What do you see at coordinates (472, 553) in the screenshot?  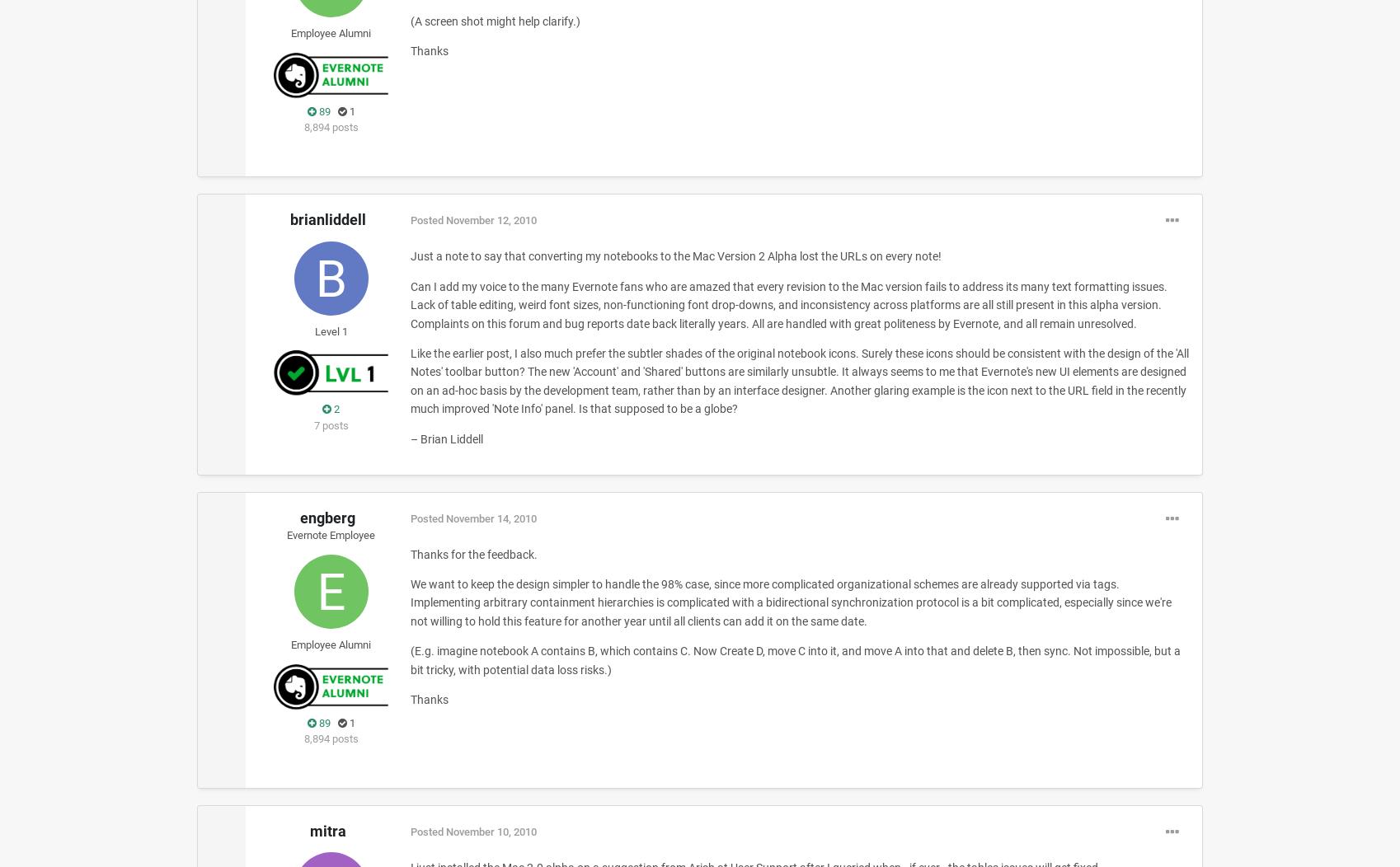 I see `'Thanks for the feedback.'` at bounding box center [472, 553].